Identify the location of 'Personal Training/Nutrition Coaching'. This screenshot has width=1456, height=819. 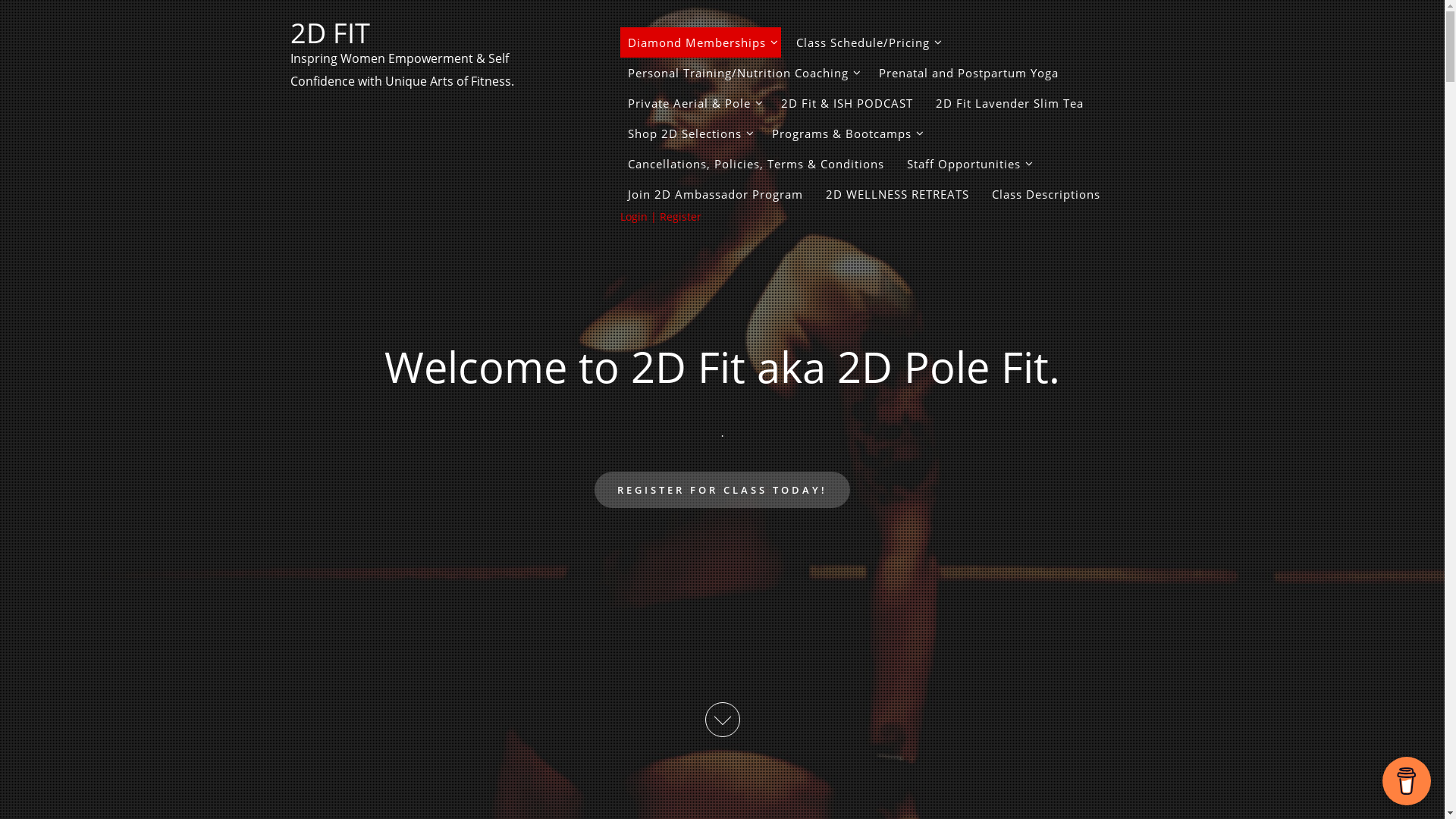
(742, 73).